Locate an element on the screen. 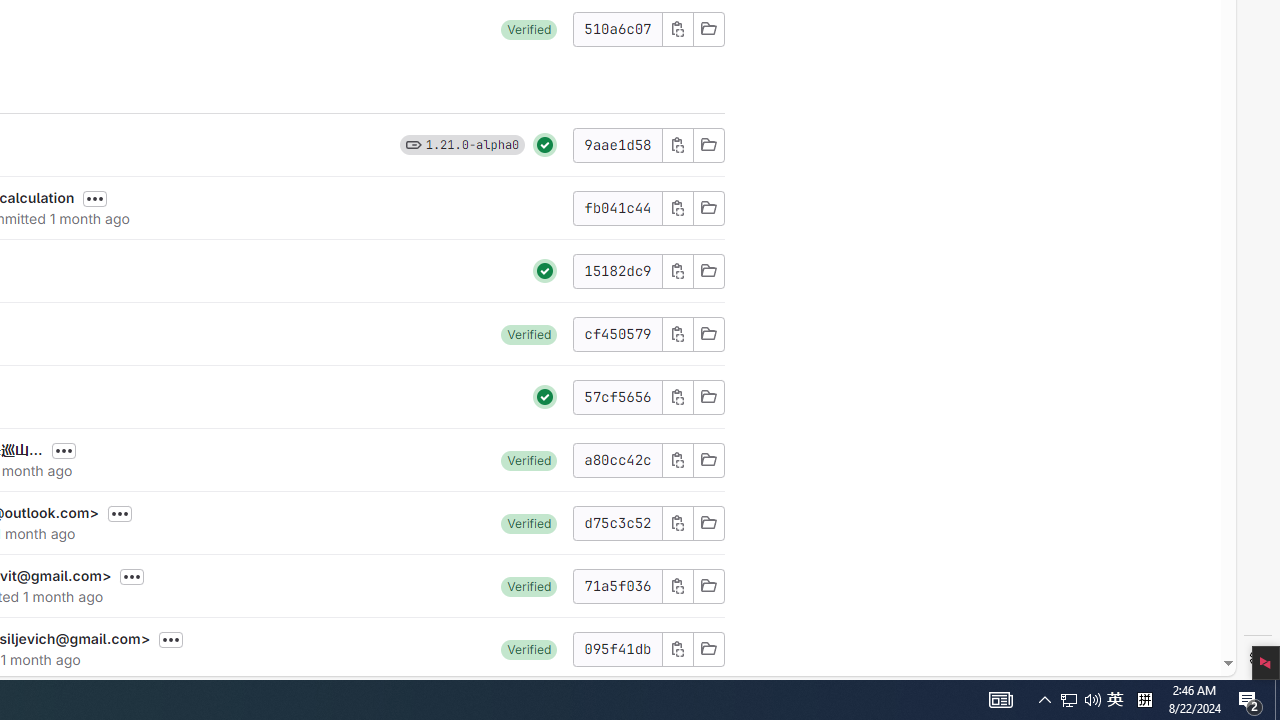 The image size is (1280, 720). 'Toggle commit description' is located at coordinates (171, 640).